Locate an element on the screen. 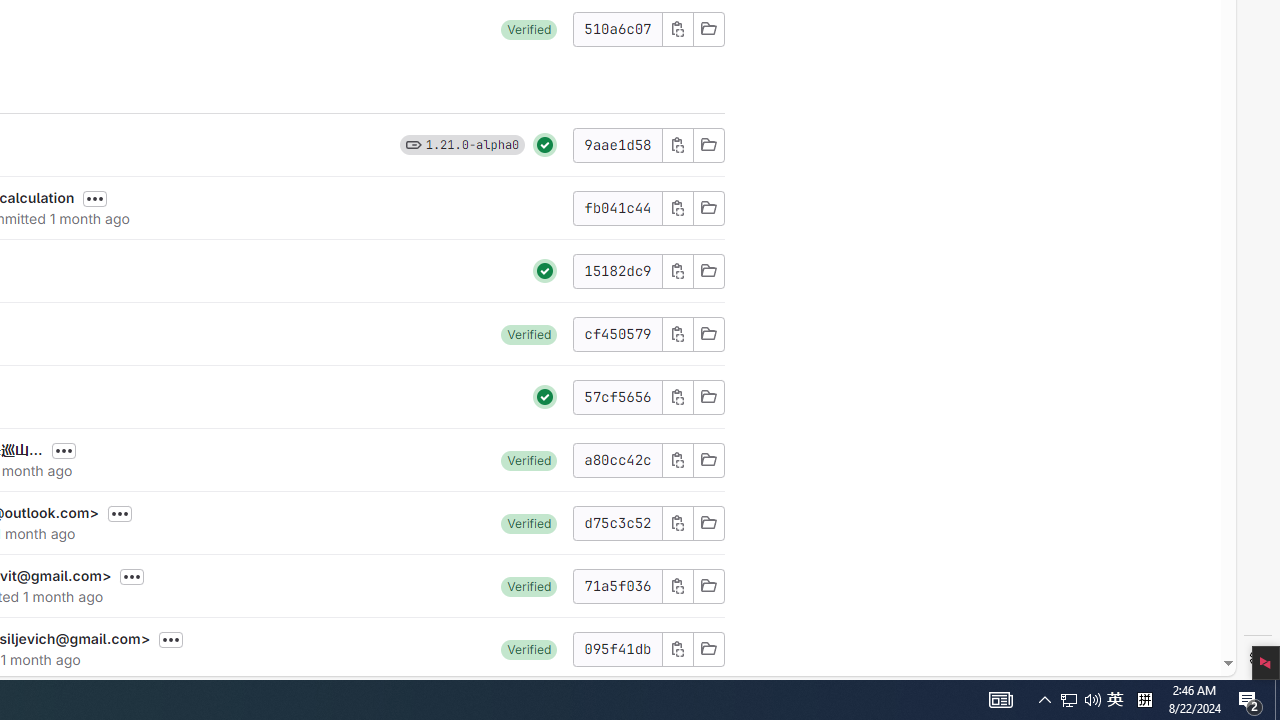 The image size is (1280, 720). 'Toggle commit description' is located at coordinates (171, 640).